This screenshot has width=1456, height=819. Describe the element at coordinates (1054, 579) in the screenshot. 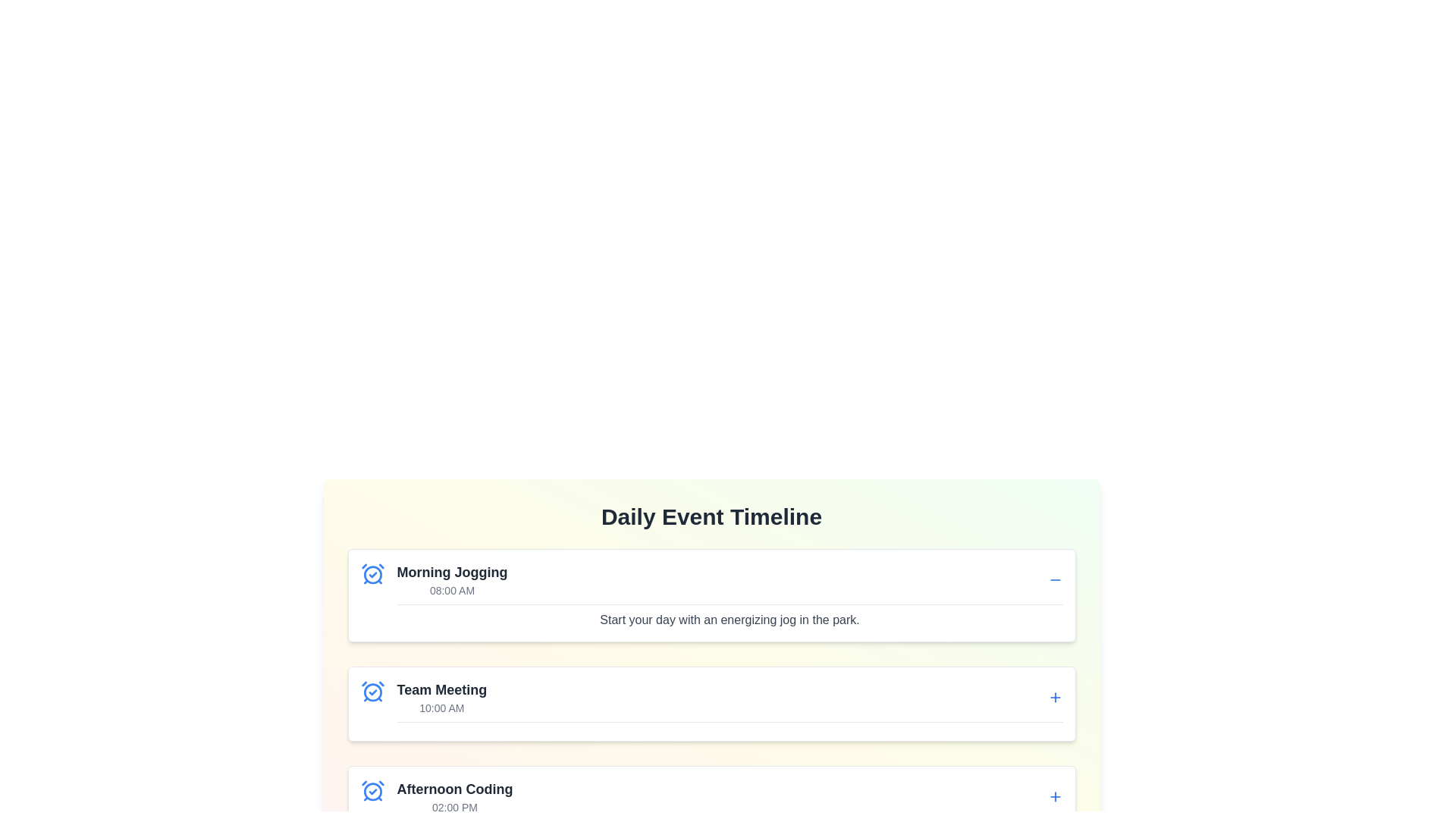

I see `the small blue minus icon located in the top-right corner of the 'Morning Jogging' card` at that location.